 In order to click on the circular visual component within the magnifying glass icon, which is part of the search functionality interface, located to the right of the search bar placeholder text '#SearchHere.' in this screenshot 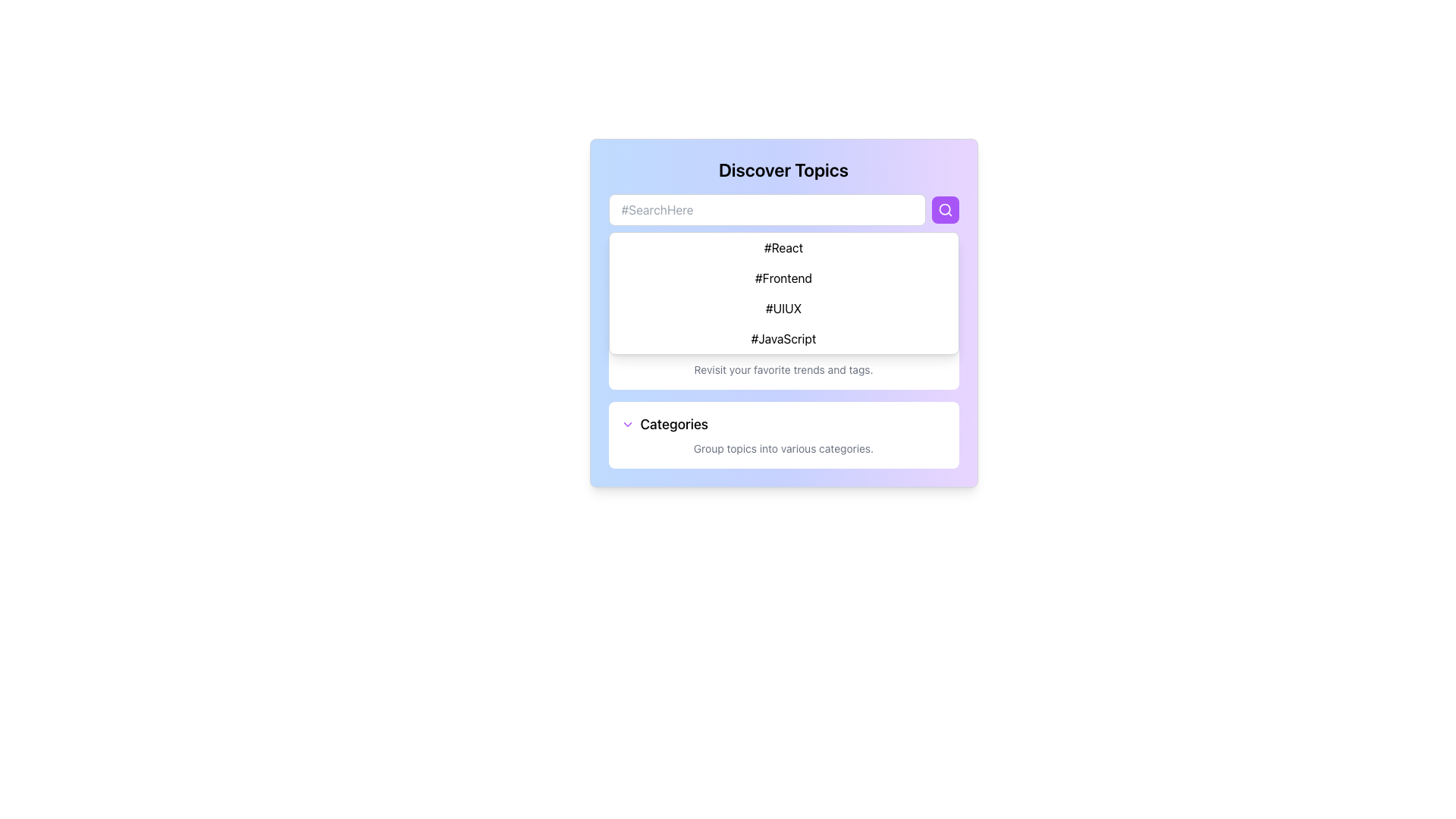, I will do `click(943, 209)`.